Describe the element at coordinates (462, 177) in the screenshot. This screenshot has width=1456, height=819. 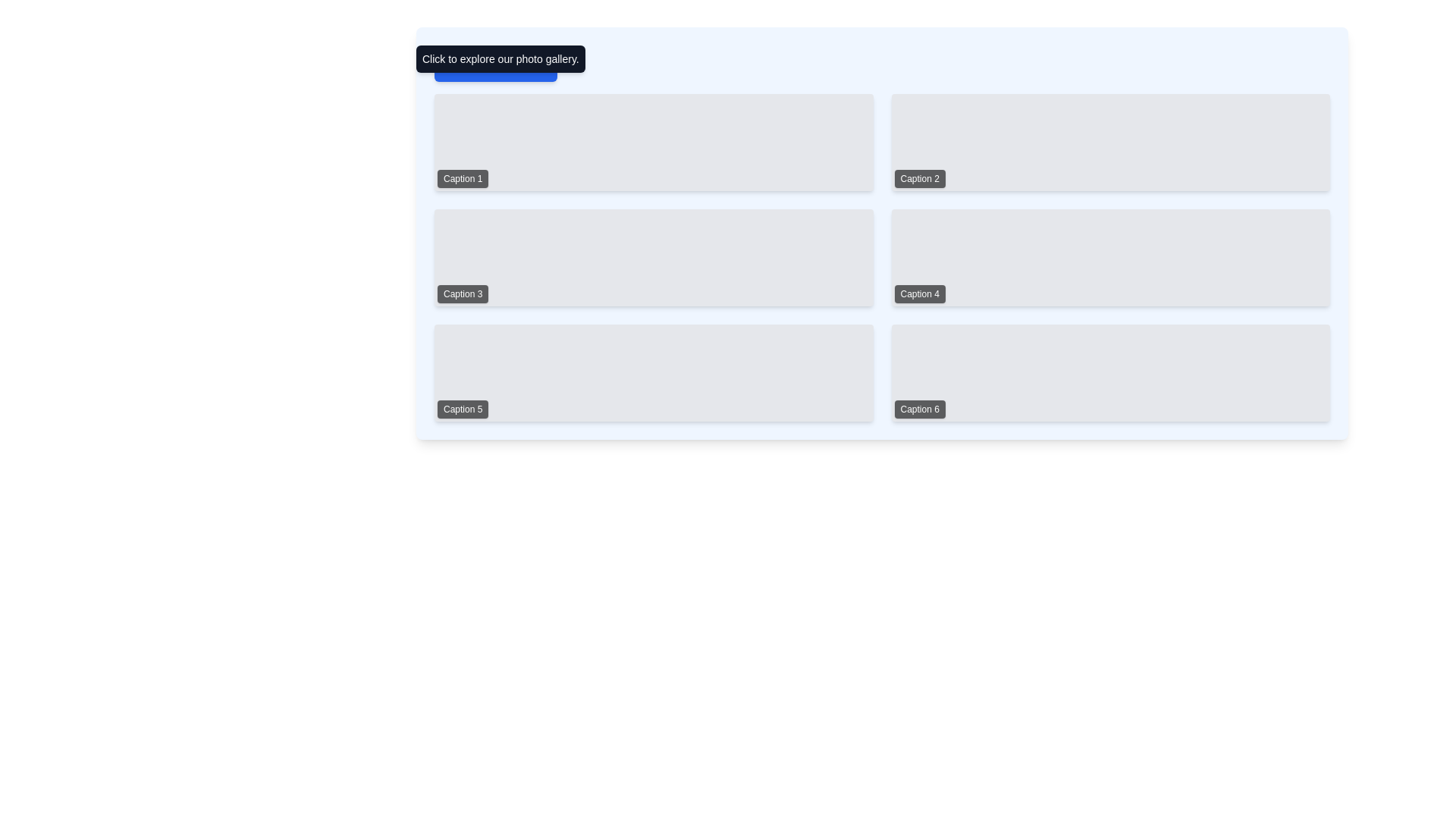
I see `the Text label element containing the text 'Caption 1', which has a black background with 60% opacity and white text, located at the bottom-left corner of a rectangular section in the top-left quadrant of the interface` at that location.